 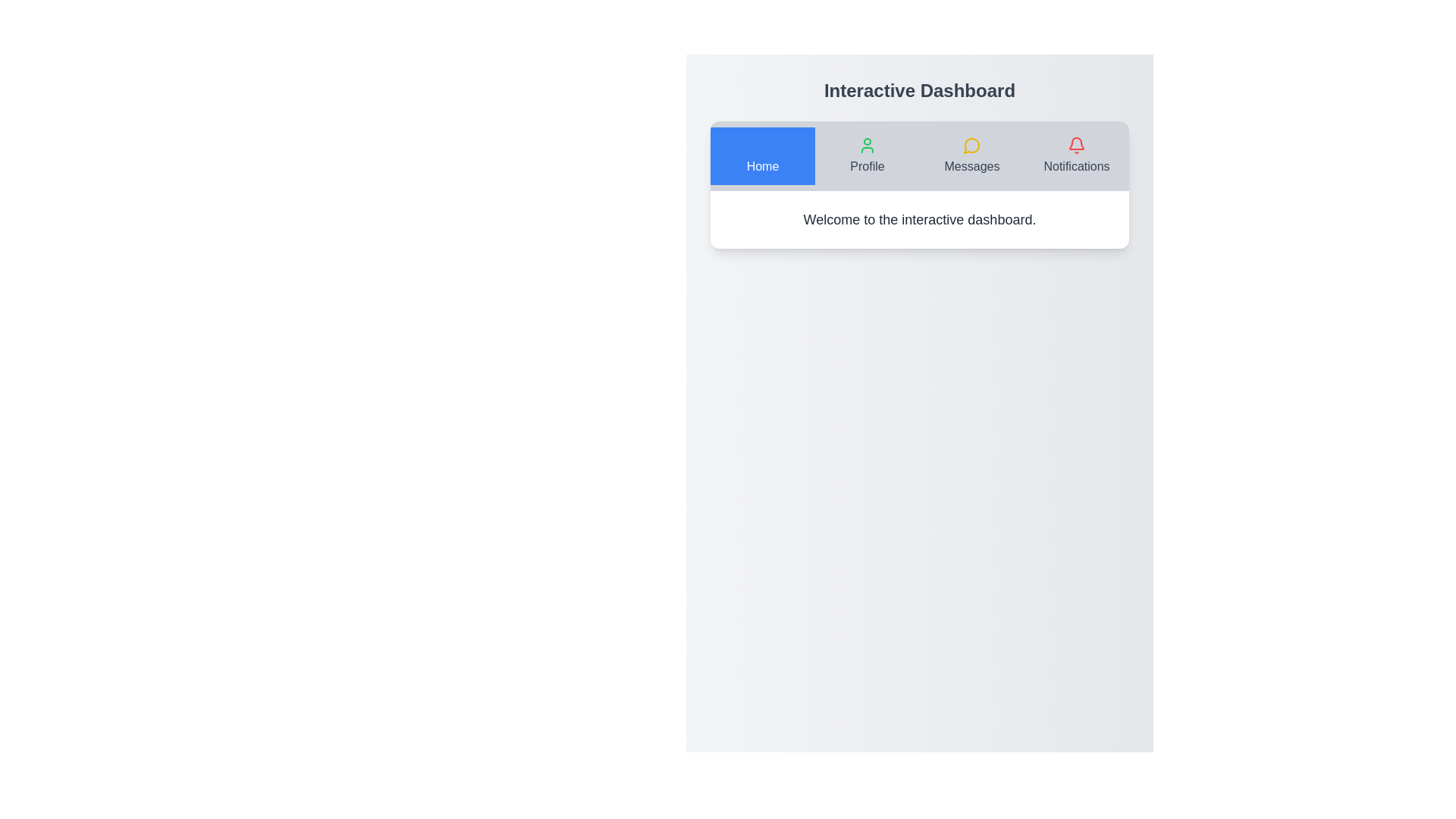 I want to click on the yellow speech bubble icon located in the navigation bar, which is the third slot from the left and directly above the 'Messages' label, so click(x=971, y=146).